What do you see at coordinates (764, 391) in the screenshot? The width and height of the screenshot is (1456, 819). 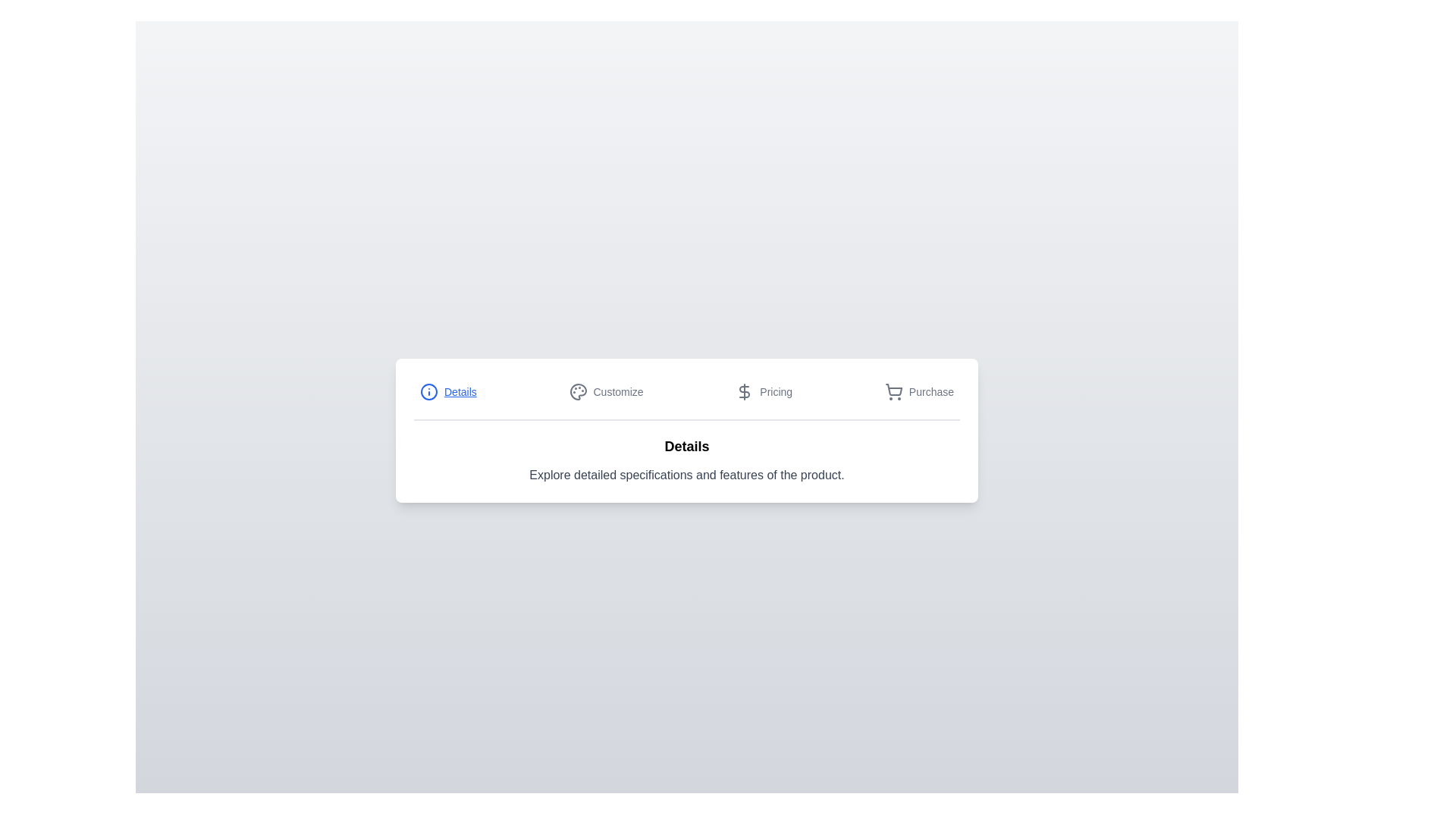 I see `the Pricing tab` at bounding box center [764, 391].